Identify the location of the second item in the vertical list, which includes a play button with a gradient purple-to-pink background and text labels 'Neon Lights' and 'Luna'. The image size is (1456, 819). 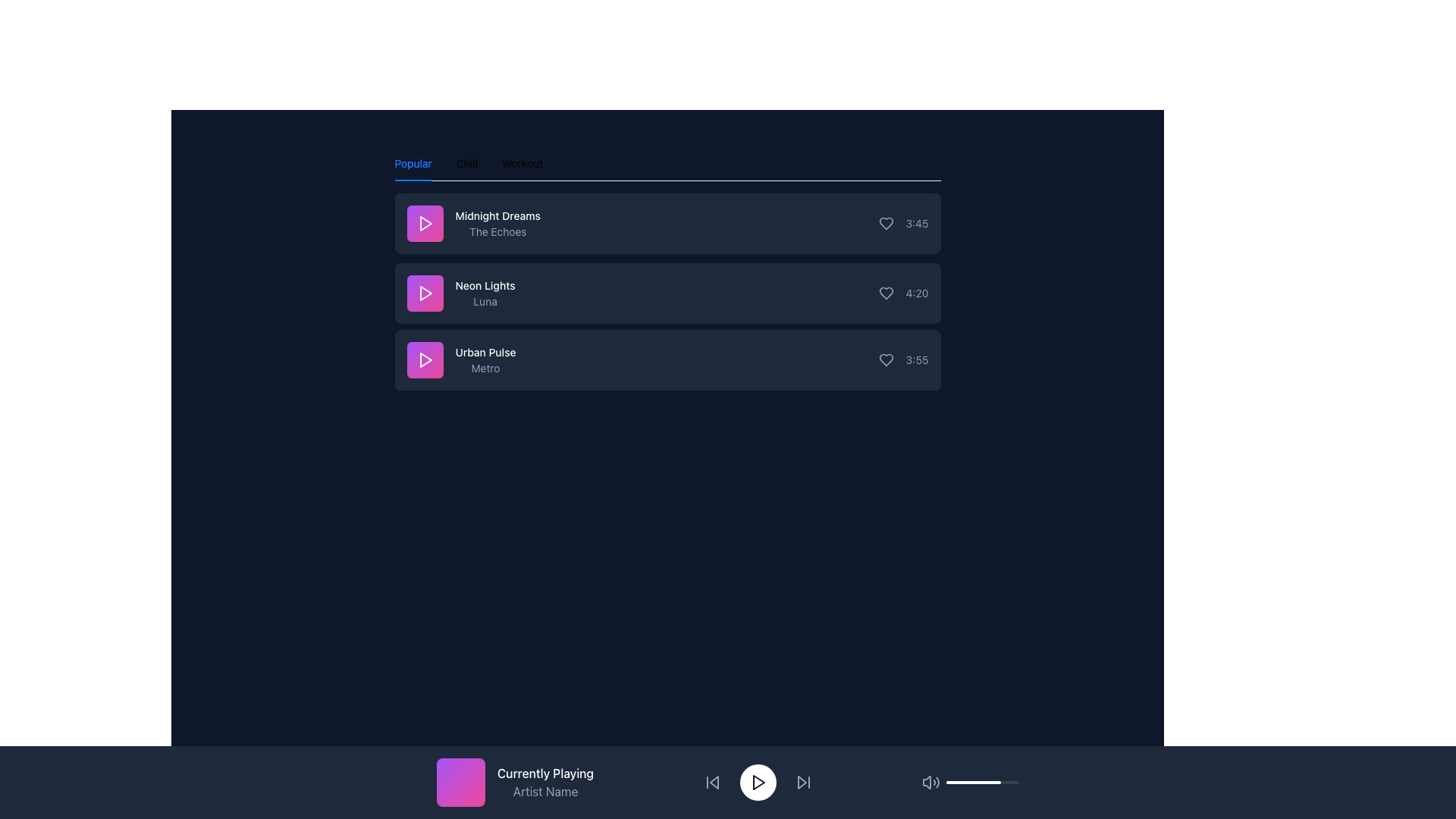
(460, 293).